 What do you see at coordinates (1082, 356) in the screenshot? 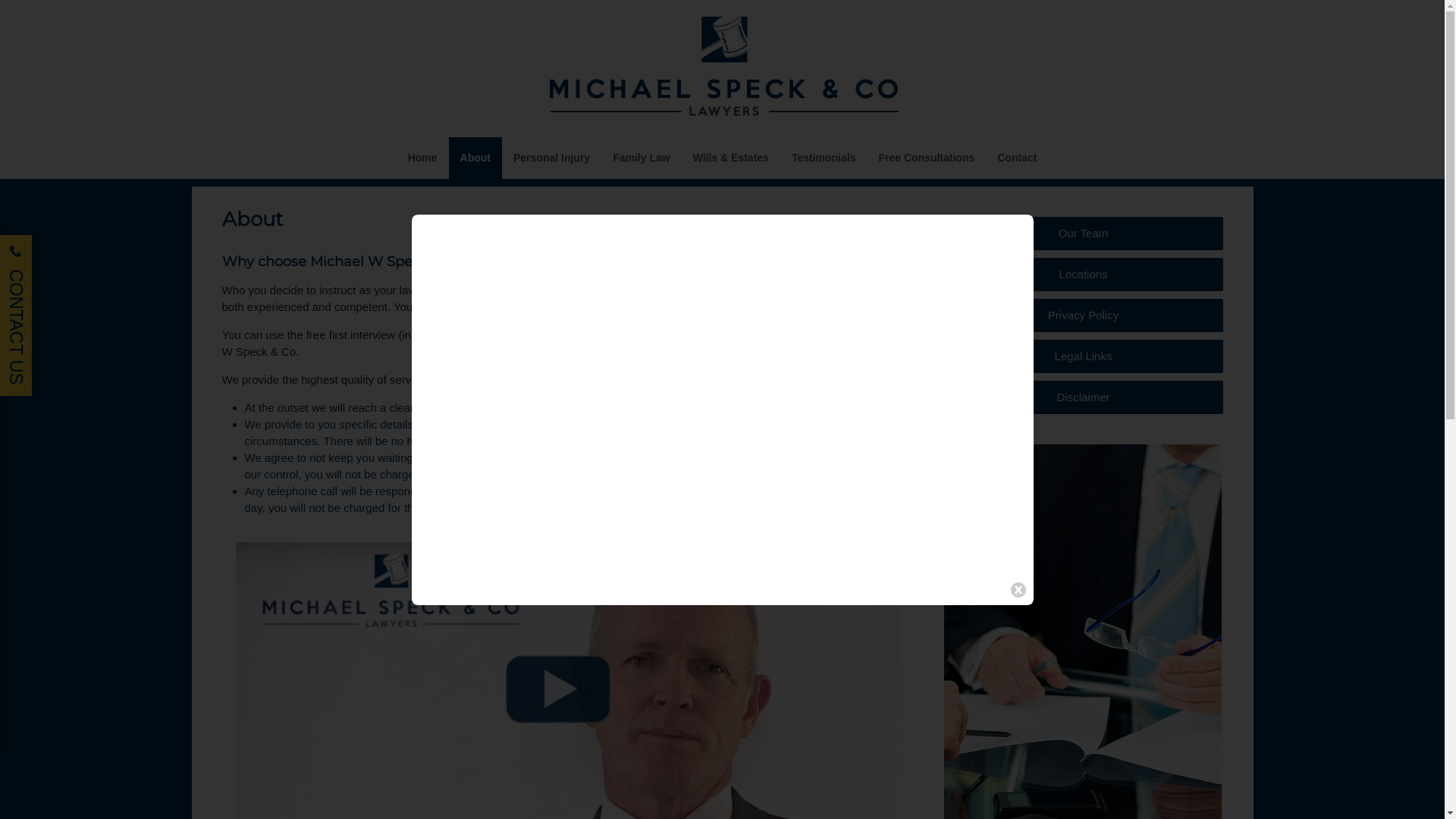
I see `'Legal Links'` at bounding box center [1082, 356].